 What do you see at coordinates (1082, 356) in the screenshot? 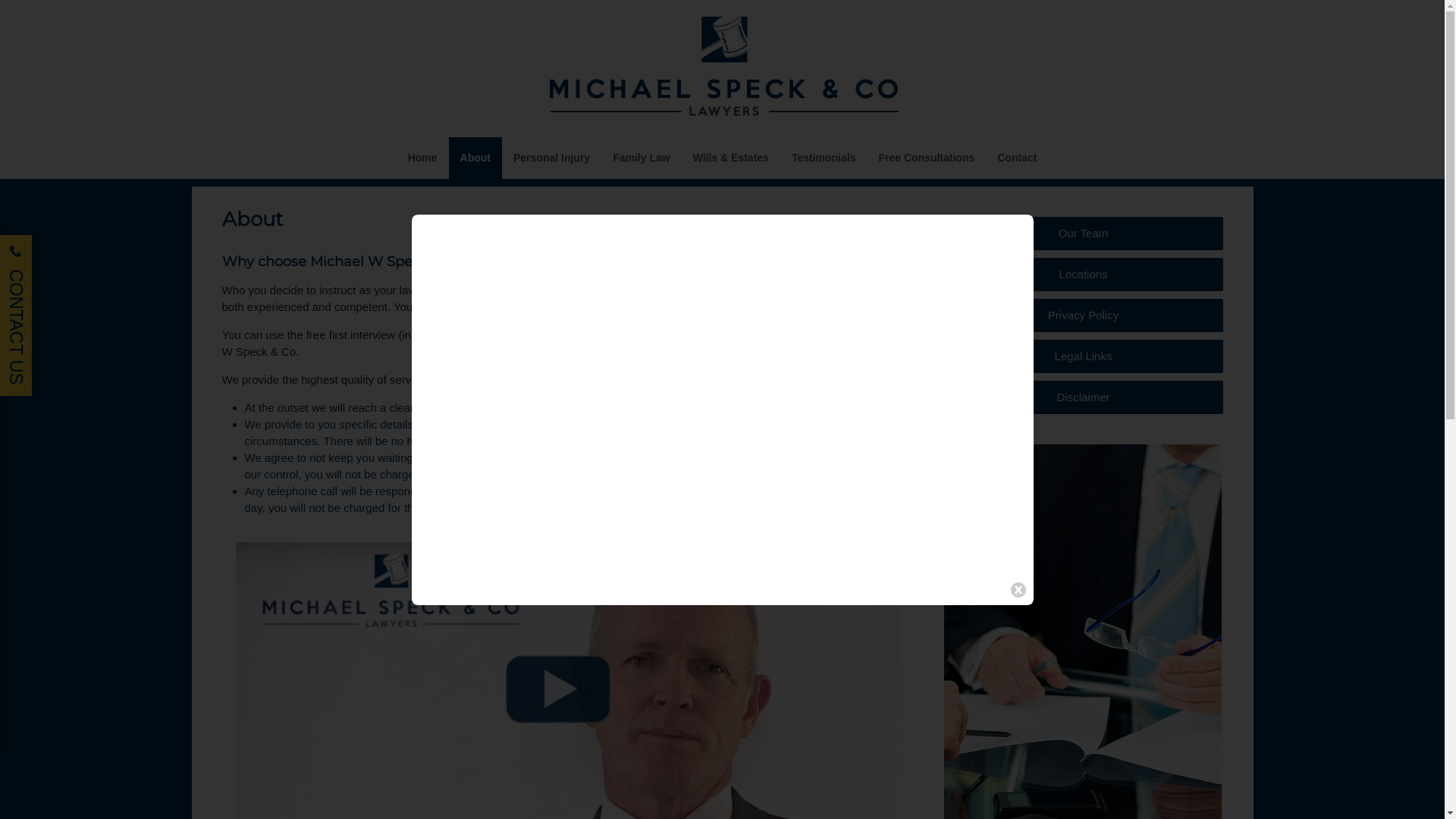
I see `'Legal Links'` at bounding box center [1082, 356].